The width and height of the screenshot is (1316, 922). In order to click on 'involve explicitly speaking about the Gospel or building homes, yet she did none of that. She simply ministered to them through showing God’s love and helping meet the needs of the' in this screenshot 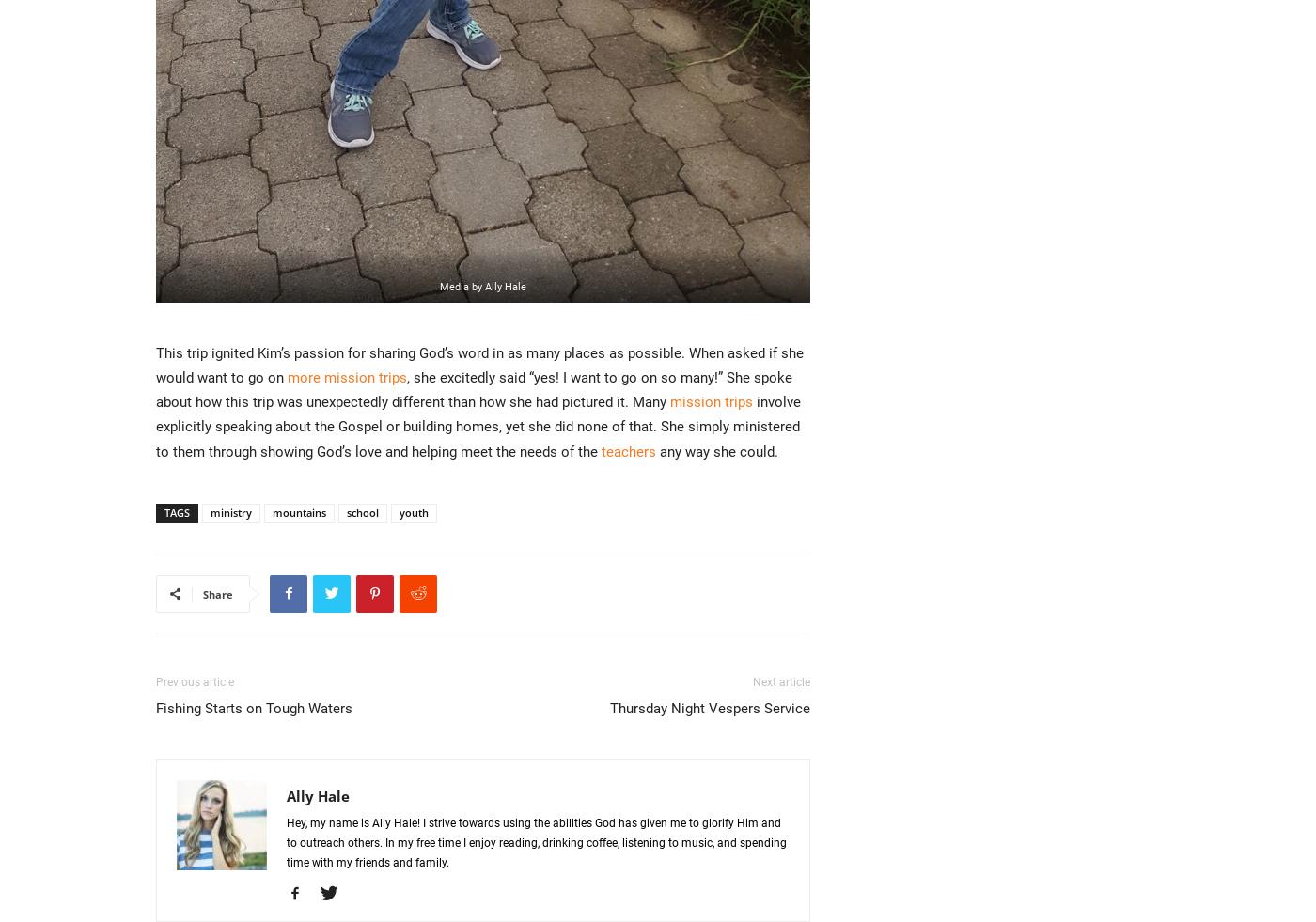, I will do `click(478, 426)`.